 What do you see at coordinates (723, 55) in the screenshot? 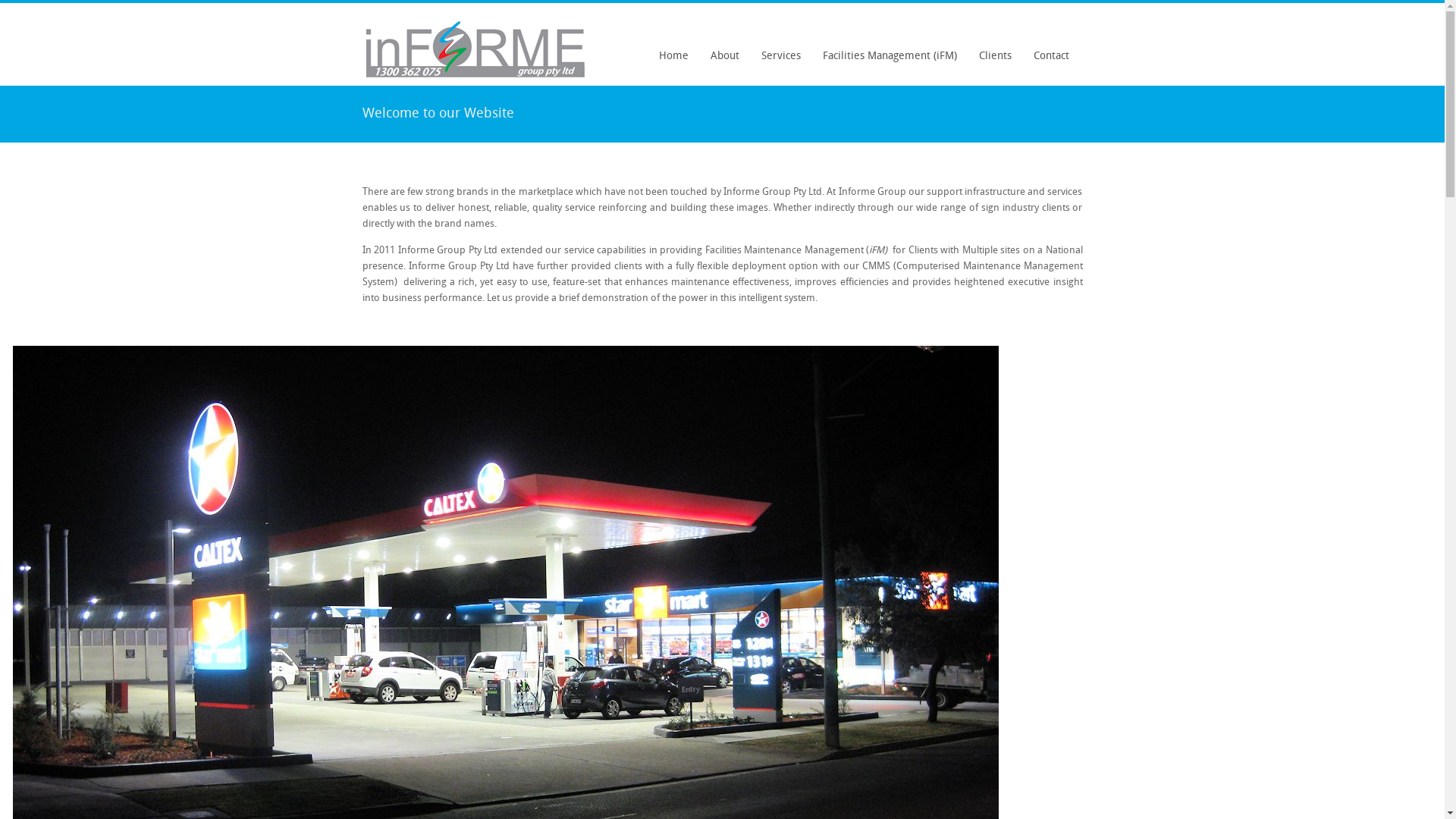
I see `'About'` at bounding box center [723, 55].